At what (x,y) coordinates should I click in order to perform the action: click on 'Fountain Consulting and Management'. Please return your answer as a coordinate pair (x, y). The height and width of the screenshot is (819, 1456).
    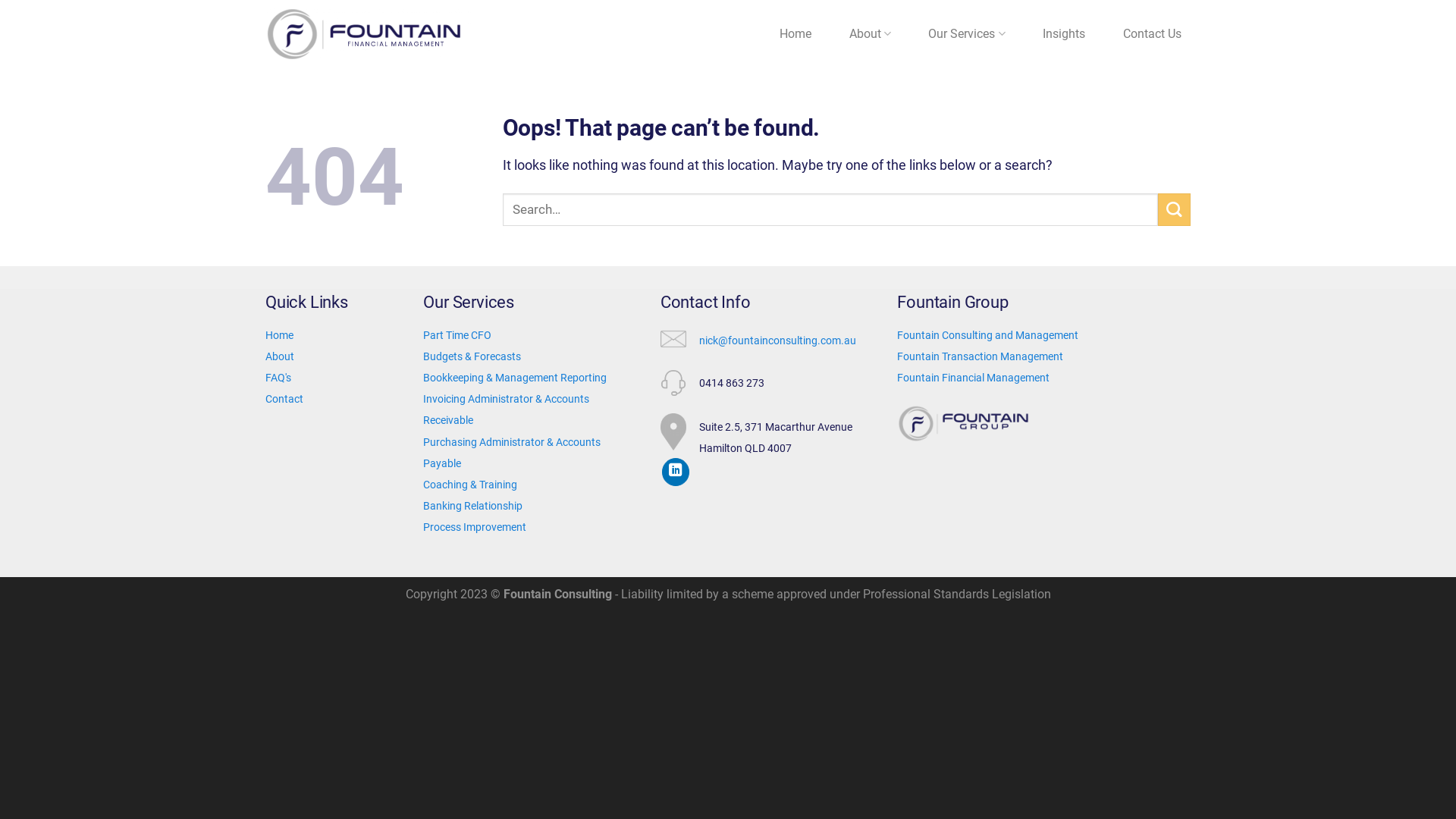
    Looking at the image, I should click on (987, 334).